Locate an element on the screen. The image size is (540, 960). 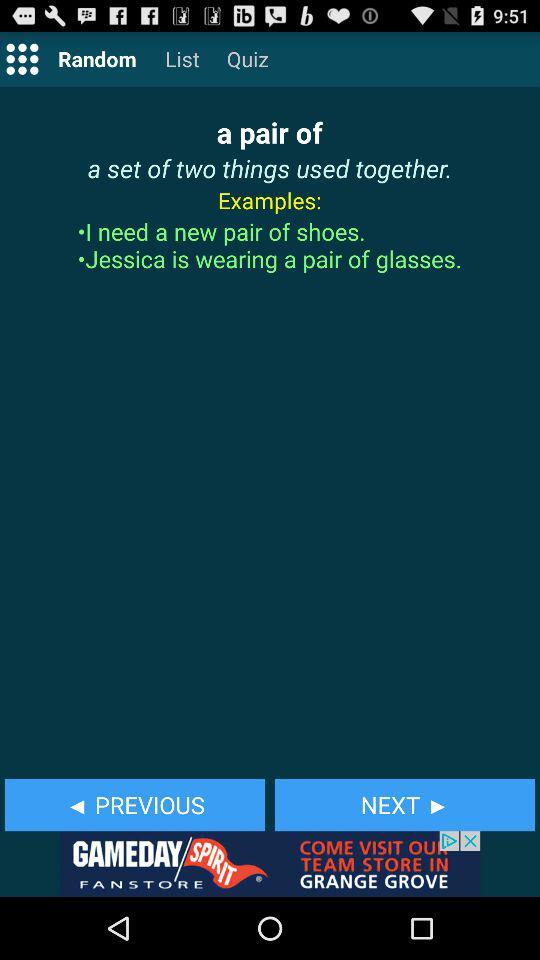
open advertisements is located at coordinates (270, 863).